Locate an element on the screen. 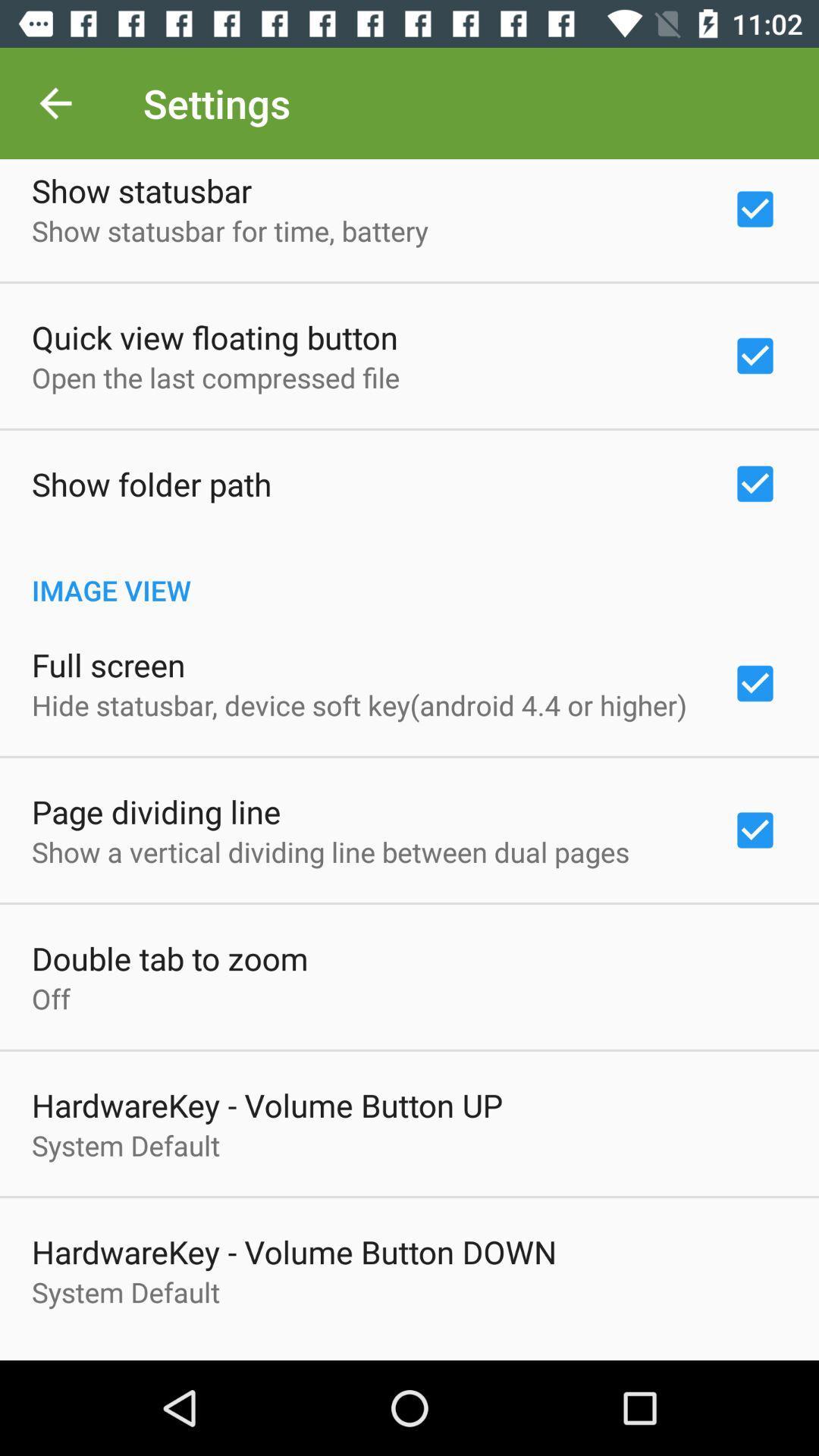  full screen item is located at coordinates (108, 664).